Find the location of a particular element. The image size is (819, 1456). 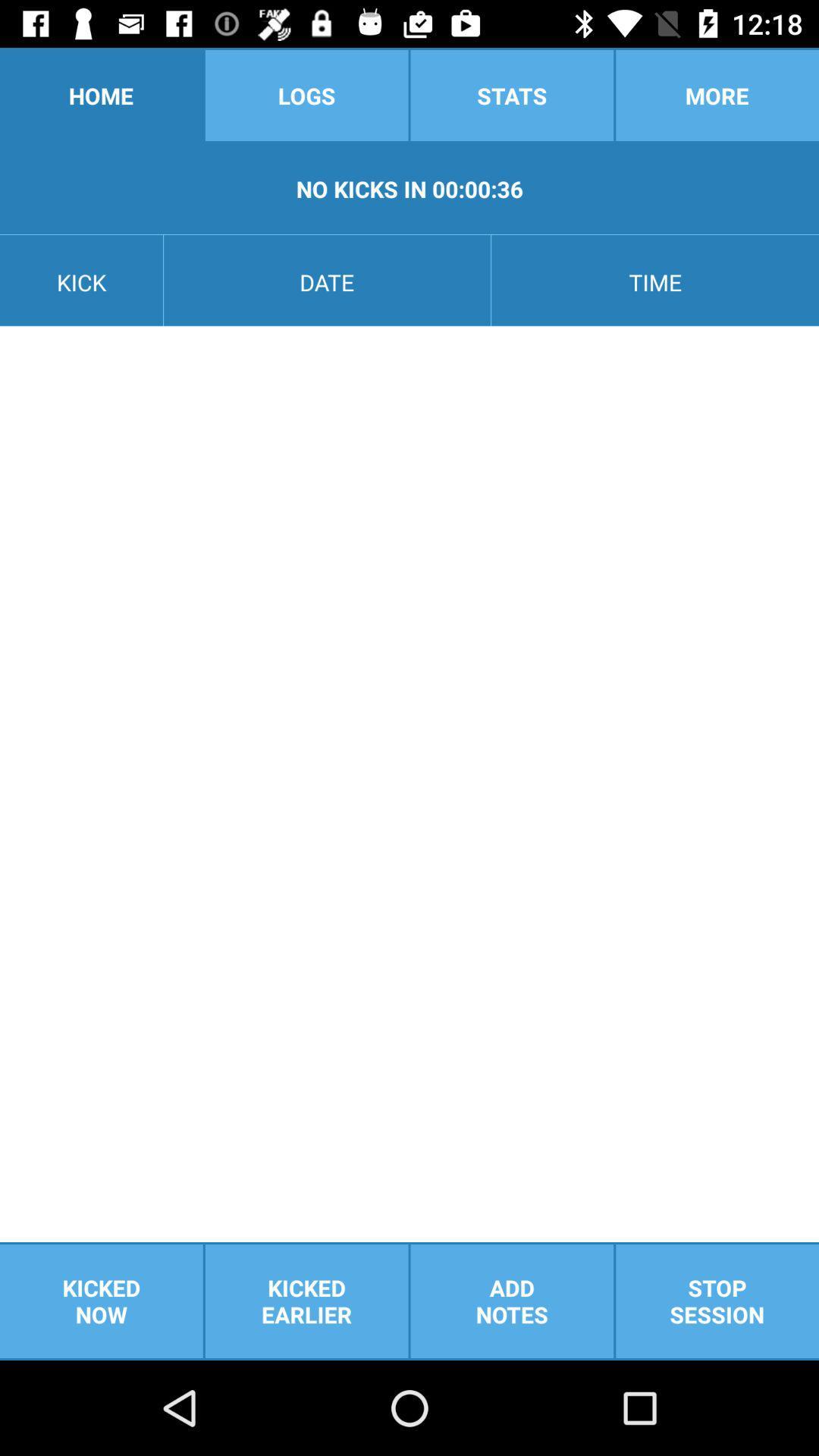

logs is located at coordinates (306, 94).